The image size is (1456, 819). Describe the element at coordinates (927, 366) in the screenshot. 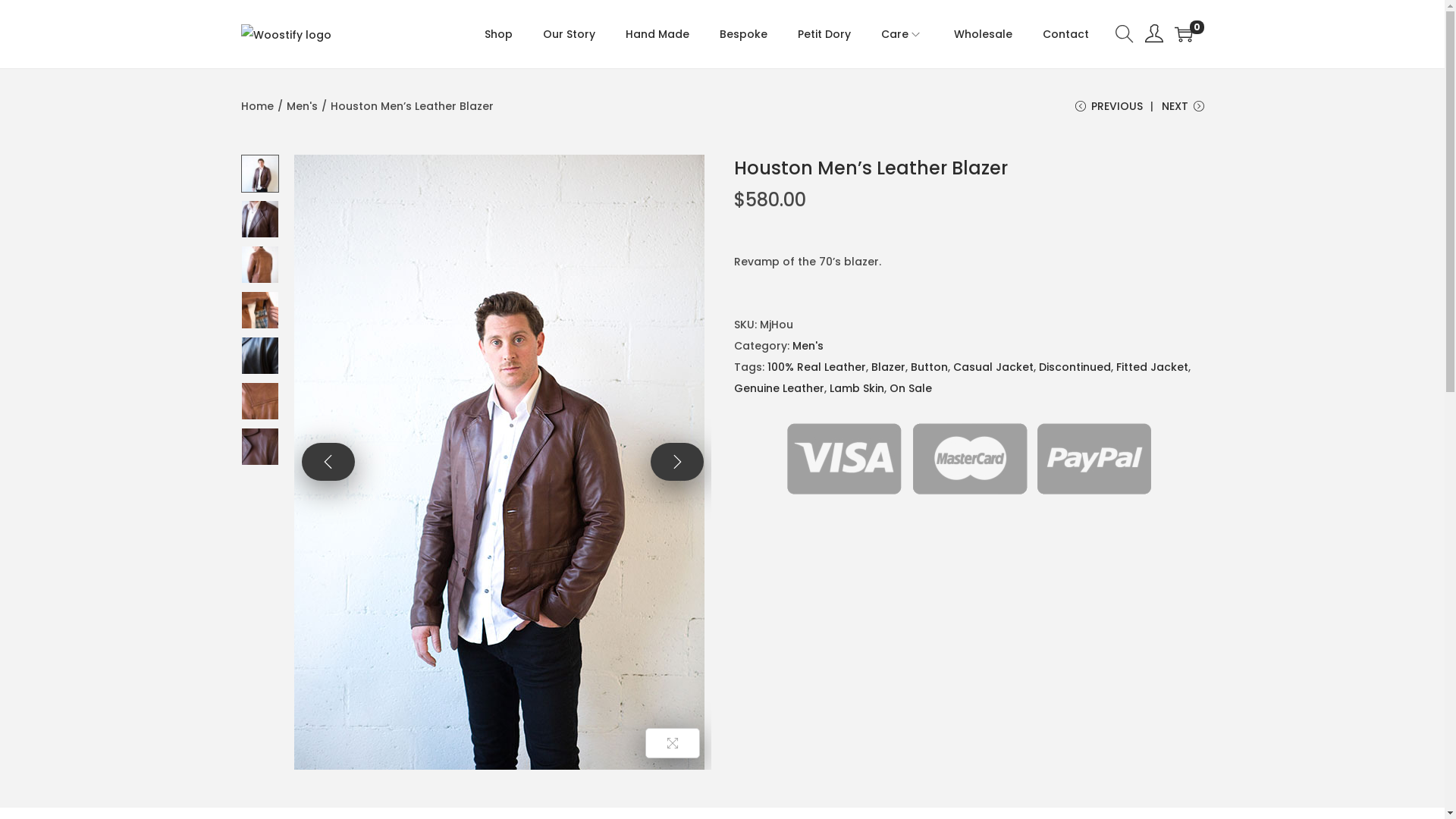

I see `'Button'` at that location.